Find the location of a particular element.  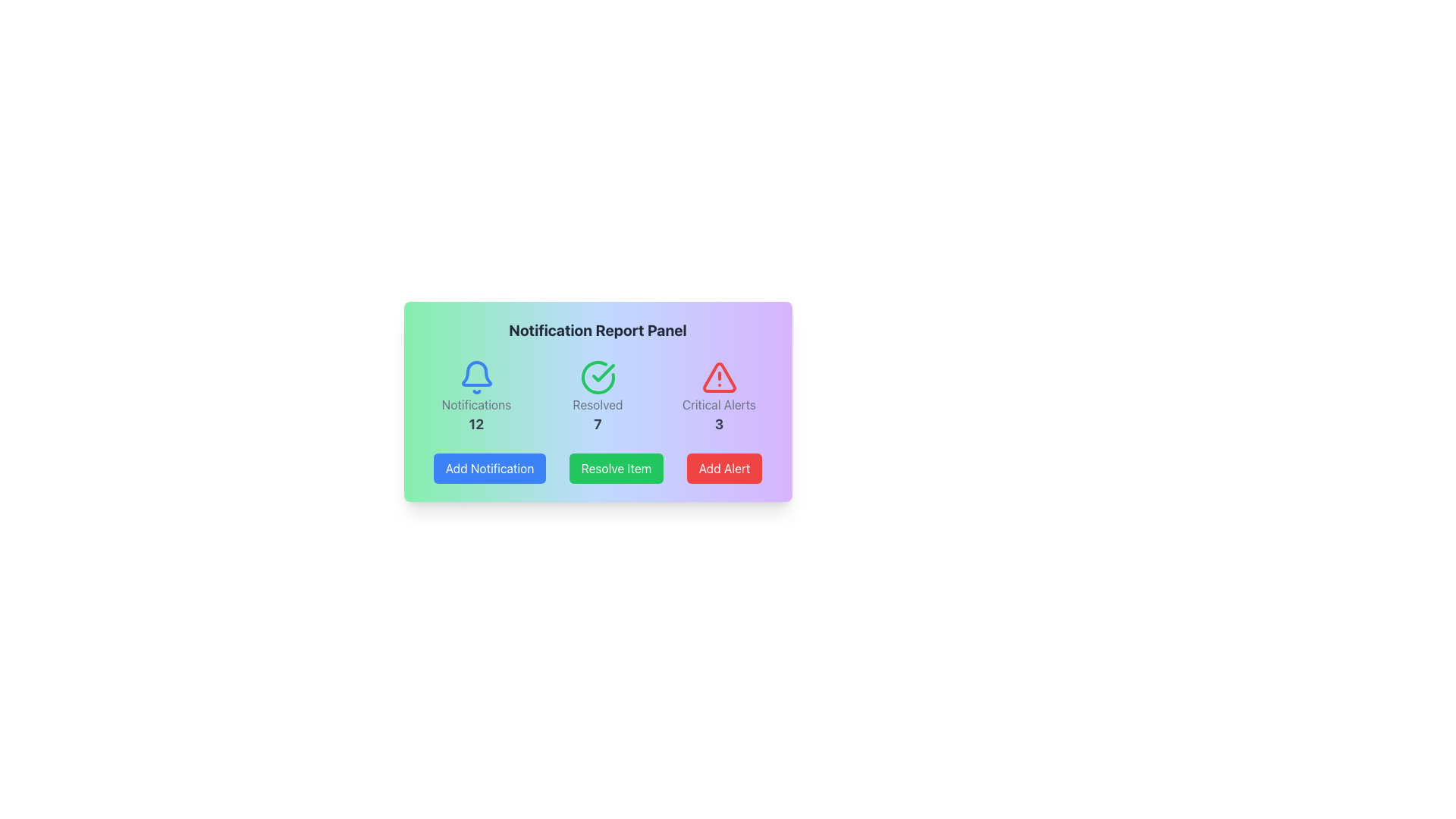

'Notifications' text label located beneath the blue bell icon to understand its information is located at coordinates (475, 403).